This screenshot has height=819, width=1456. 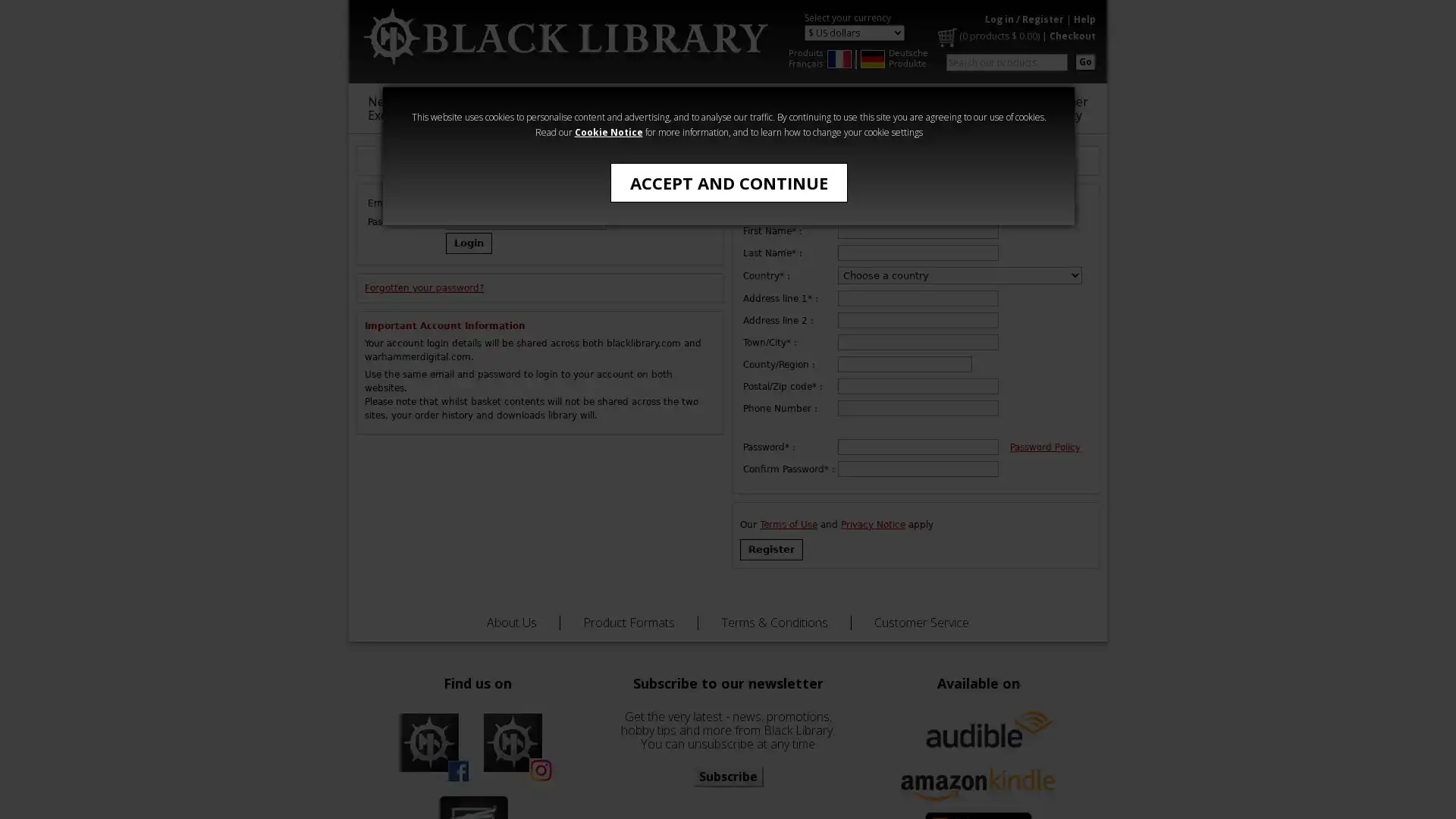 I want to click on Register, so click(x=771, y=550).